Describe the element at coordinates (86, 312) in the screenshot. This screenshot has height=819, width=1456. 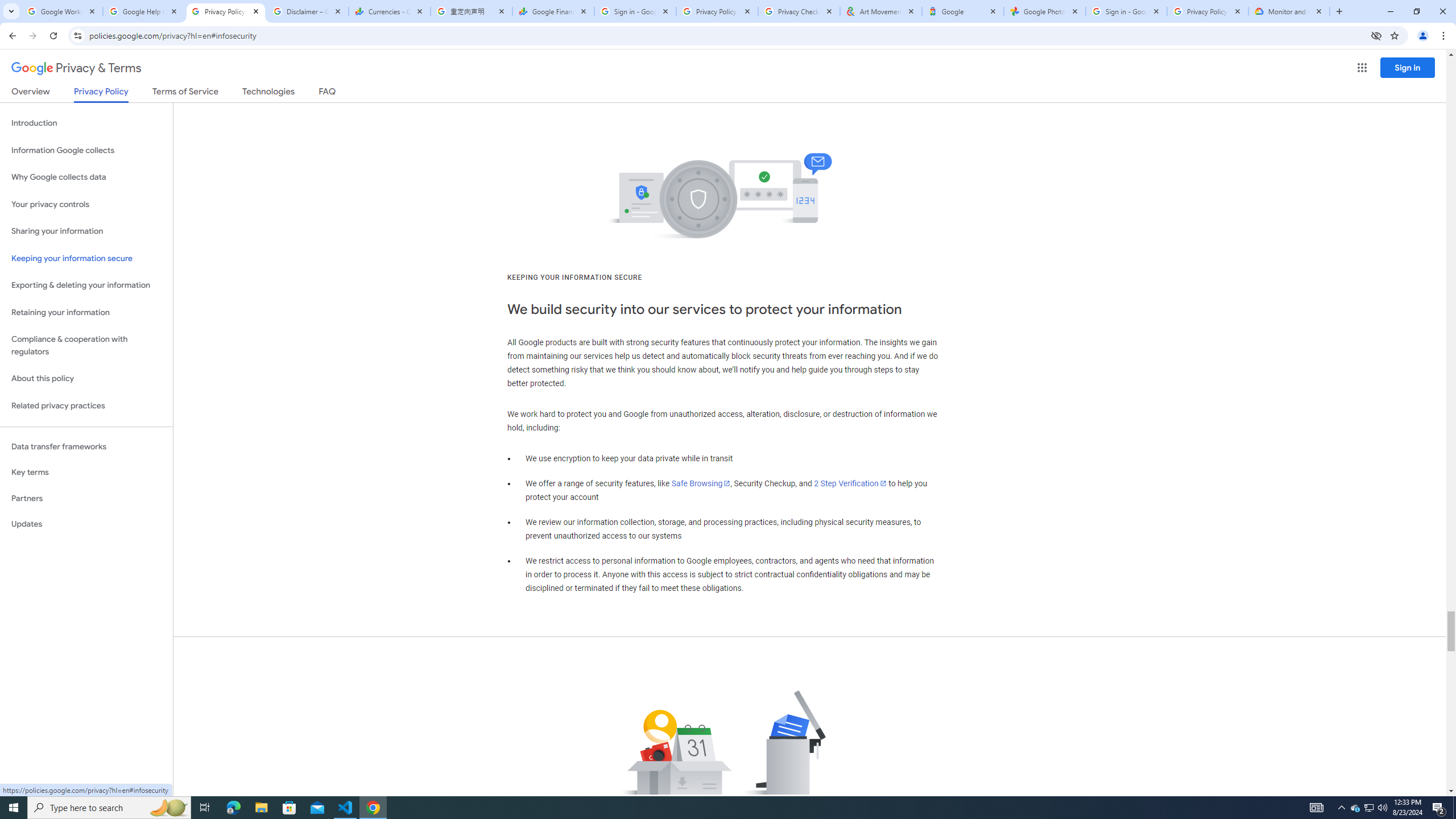
I see `'Retaining your information'` at that location.